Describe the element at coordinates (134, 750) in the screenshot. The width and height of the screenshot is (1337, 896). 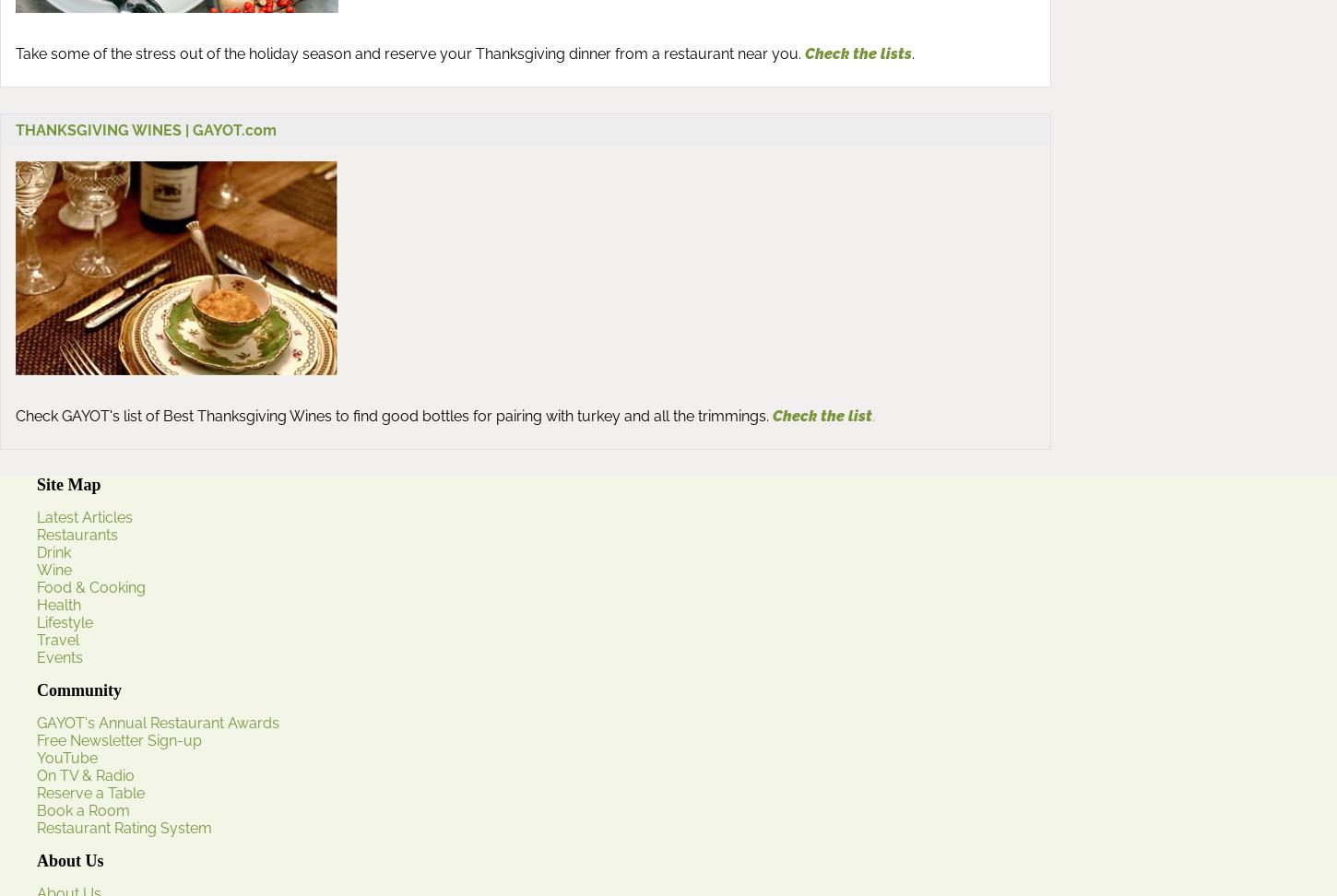
I see `'Dine like a King & a Queen | Jean Imbert au Plaza'` at that location.